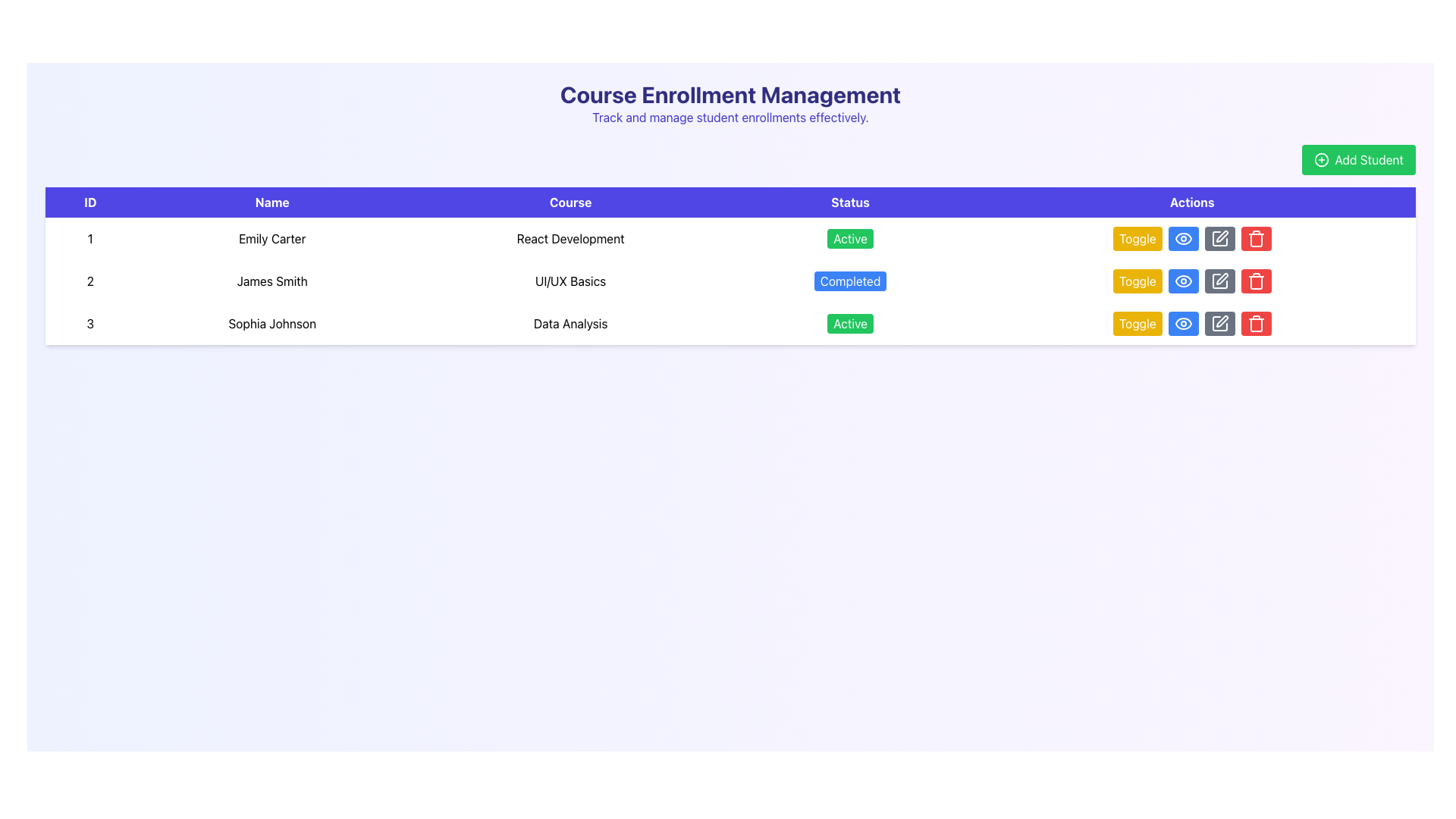 This screenshot has height=819, width=1456. What do you see at coordinates (1182, 323) in the screenshot?
I see `the outer contour of the eye icon in the 'Actions' column of the third row of the data table` at bounding box center [1182, 323].